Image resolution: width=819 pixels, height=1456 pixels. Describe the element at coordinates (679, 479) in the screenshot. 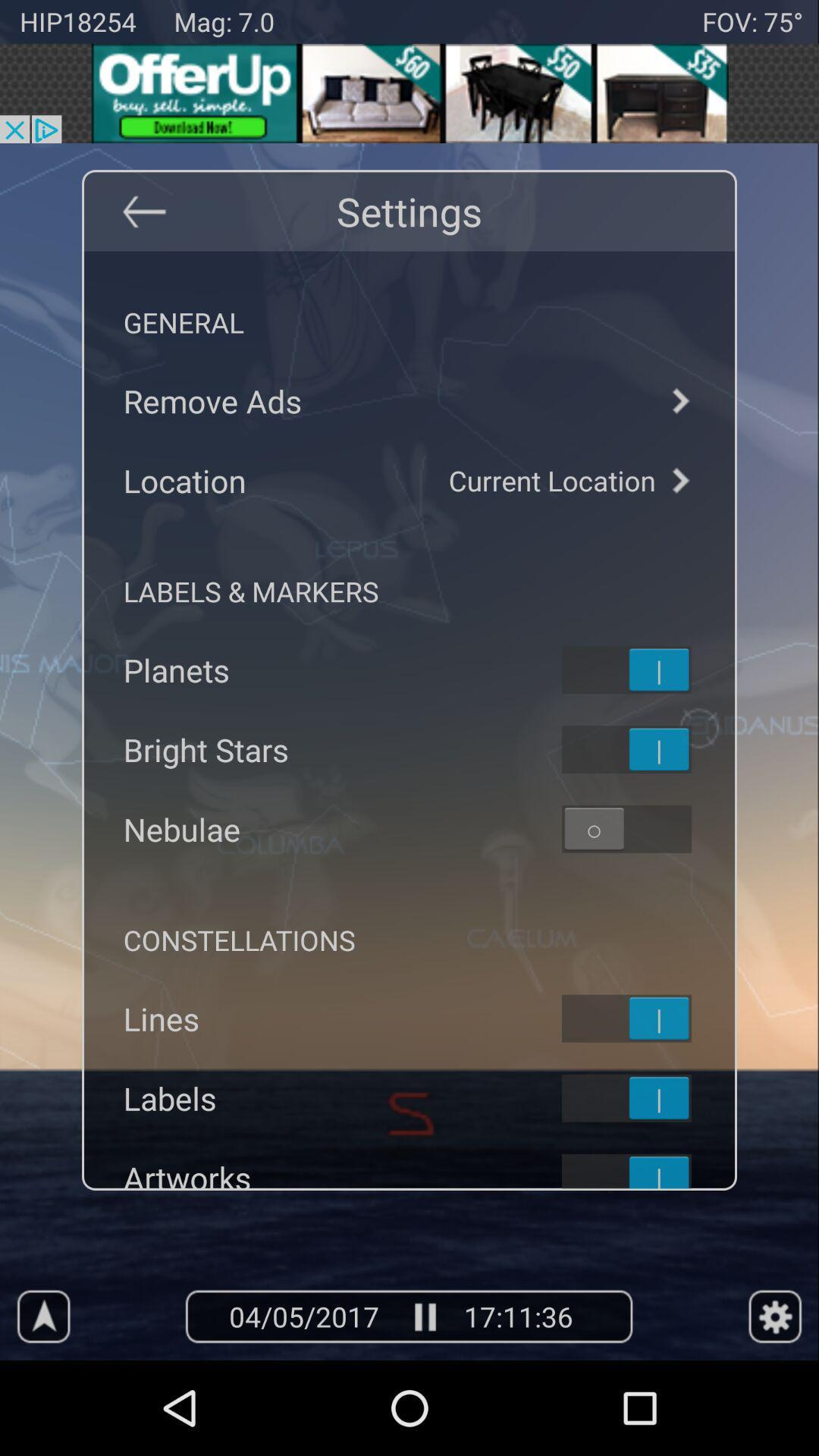

I see `next` at that location.